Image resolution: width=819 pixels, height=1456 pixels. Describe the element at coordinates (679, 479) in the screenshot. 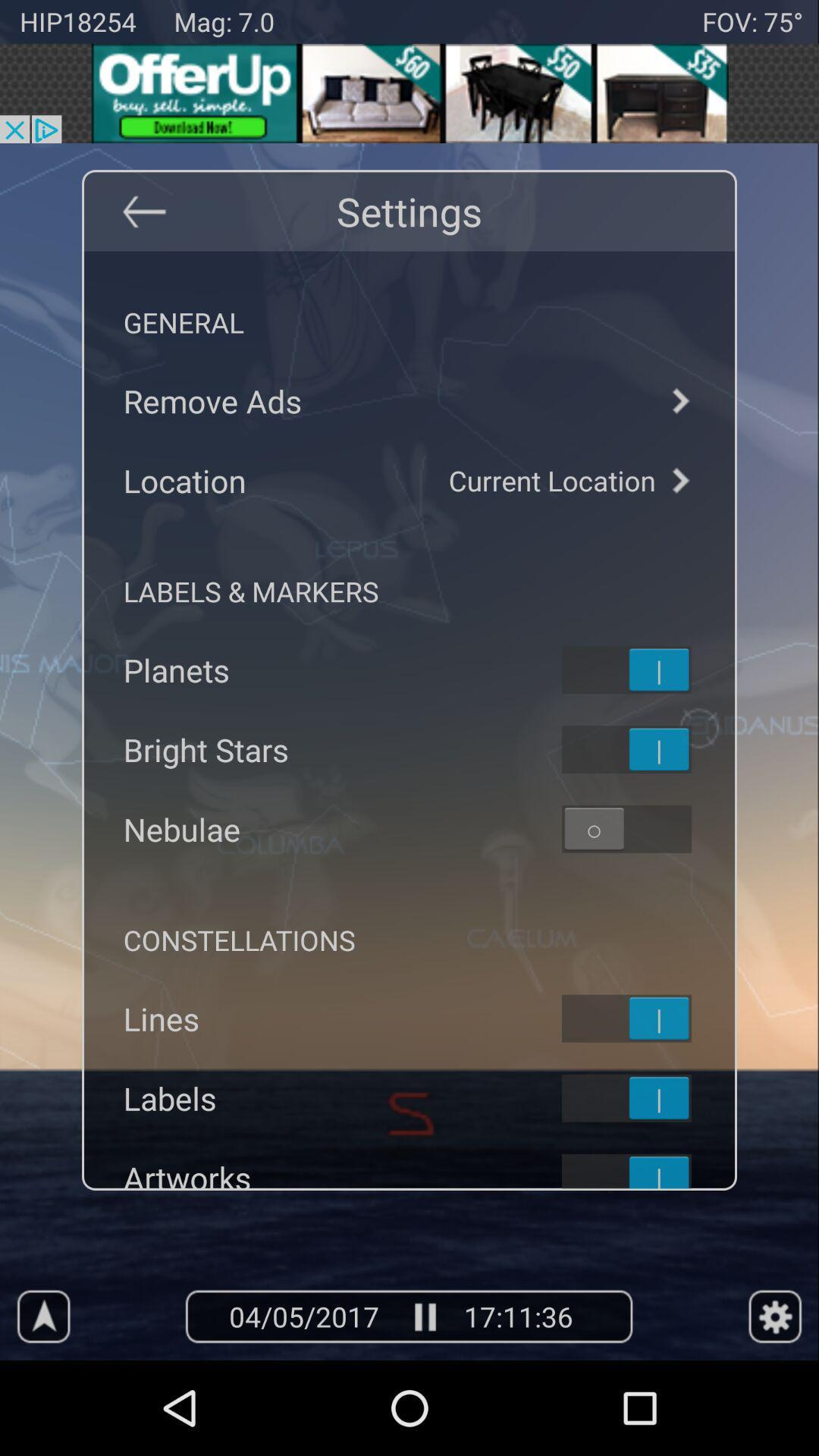

I see `next` at that location.